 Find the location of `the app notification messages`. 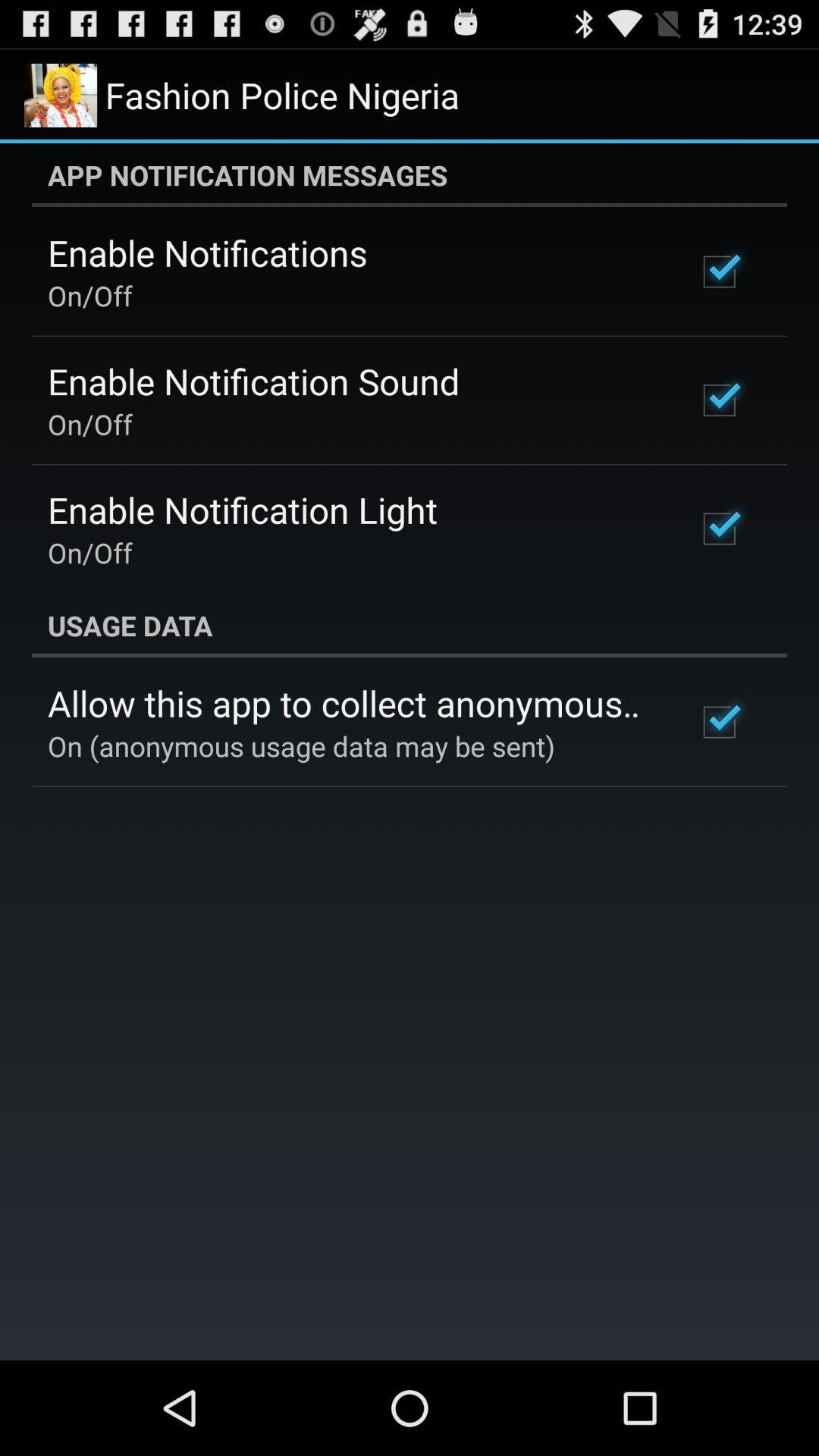

the app notification messages is located at coordinates (409, 174).